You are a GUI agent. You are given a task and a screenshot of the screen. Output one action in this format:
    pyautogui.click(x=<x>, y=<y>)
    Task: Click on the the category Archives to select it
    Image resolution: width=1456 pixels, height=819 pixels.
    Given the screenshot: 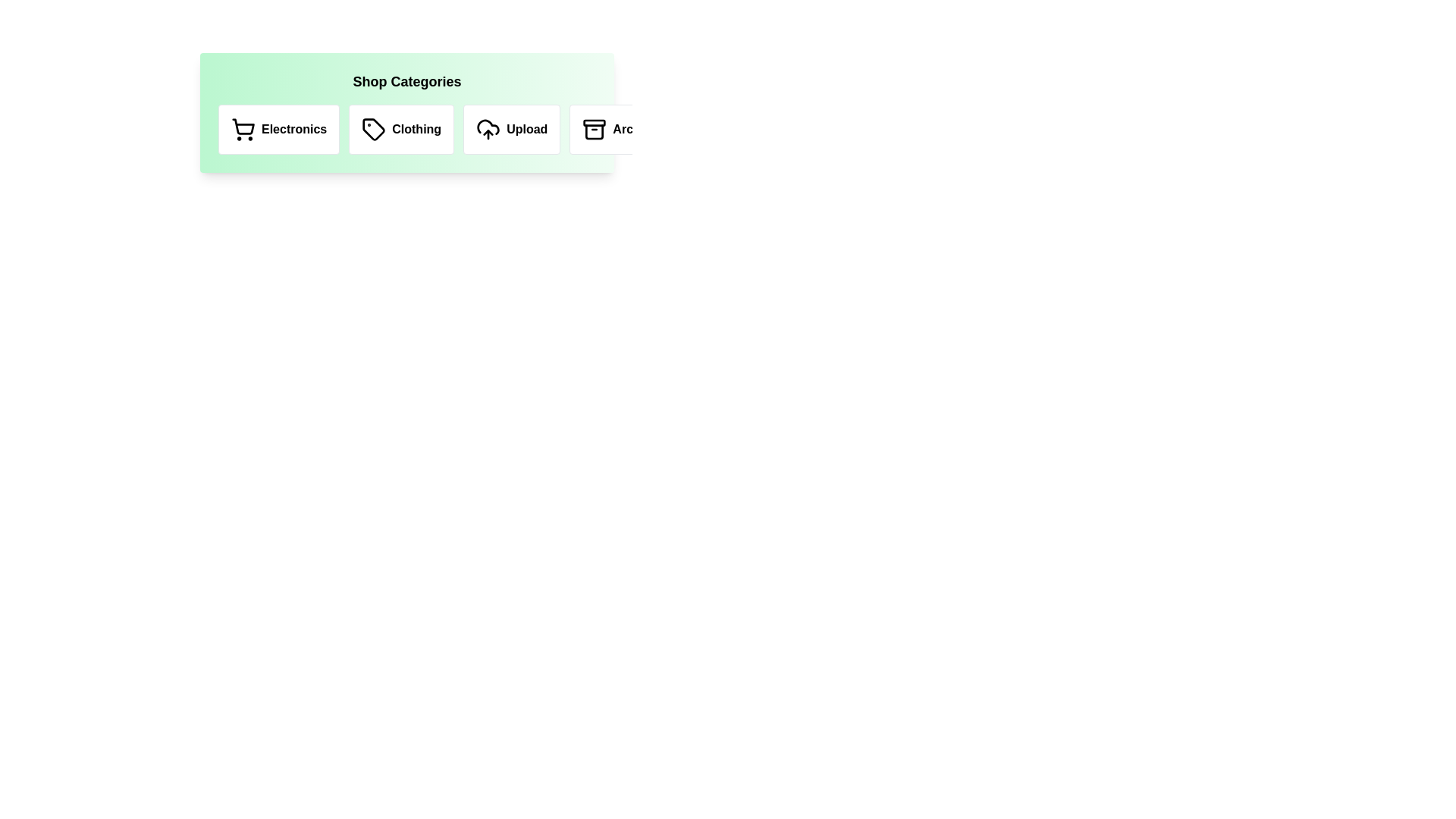 What is the action you would take?
    pyautogui.click(x=623, y=128)
    